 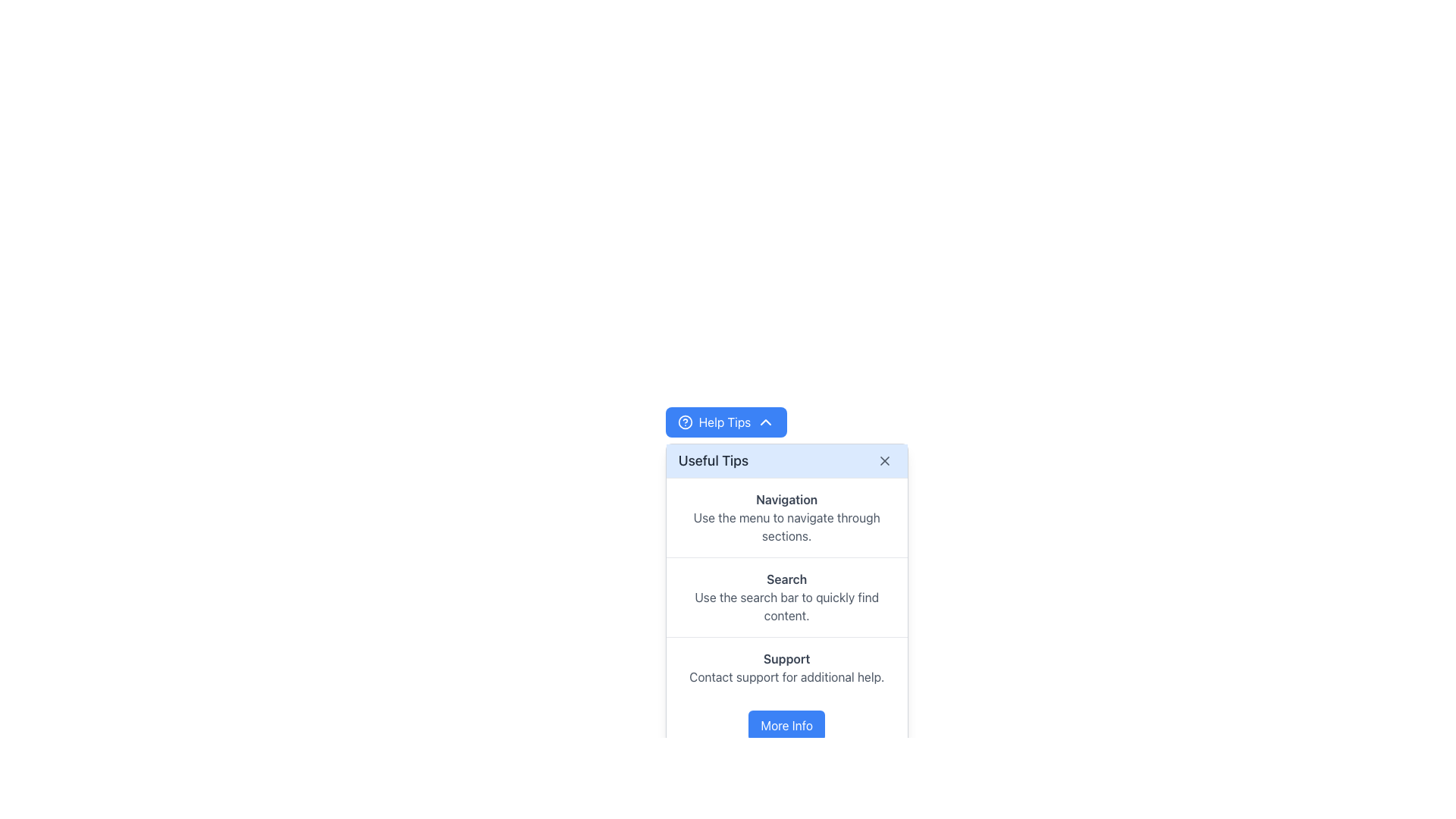 I want to click on the text block displaying 'Use the search bar to quickly find content.' which is located beneath the 'Search' title, so click(x=786, y=605).